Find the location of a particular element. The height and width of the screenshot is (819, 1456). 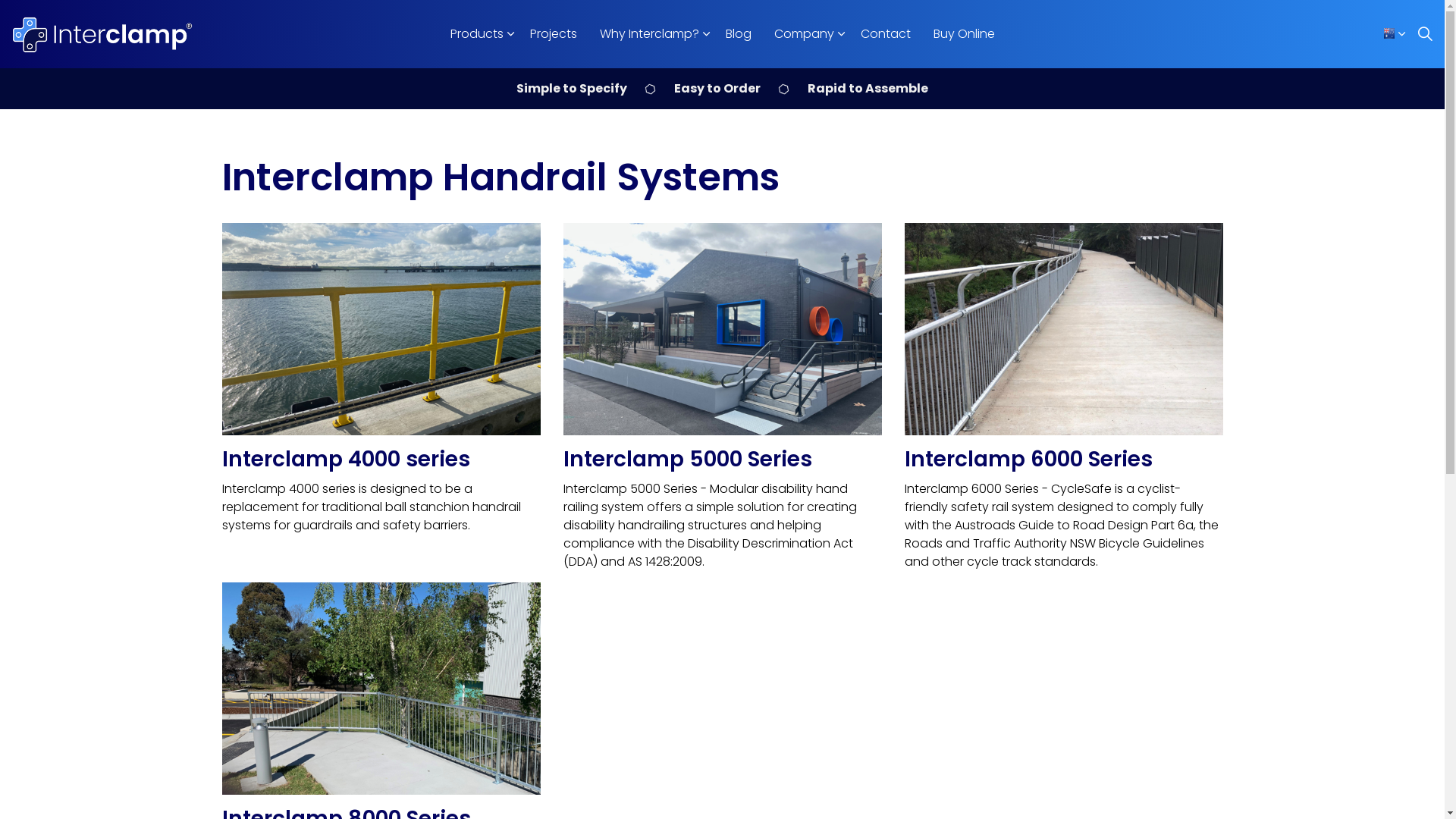

'Blog' is located at coordinates (713, 34).